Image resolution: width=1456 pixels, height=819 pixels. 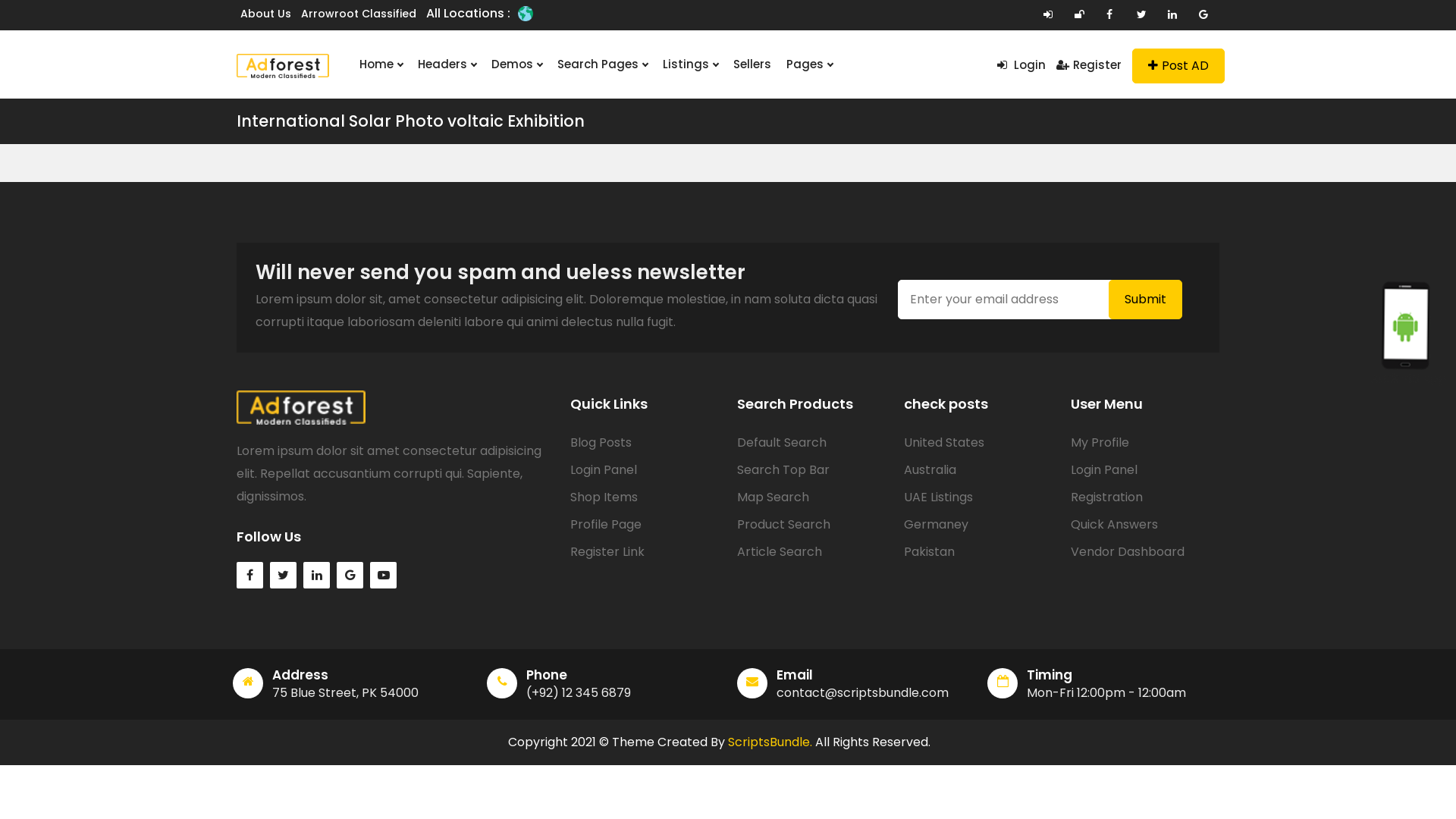 What do you see at coordinates (935, 523) in the screenshot?
I see `'Germaney'` at bounding box center [935, 523].